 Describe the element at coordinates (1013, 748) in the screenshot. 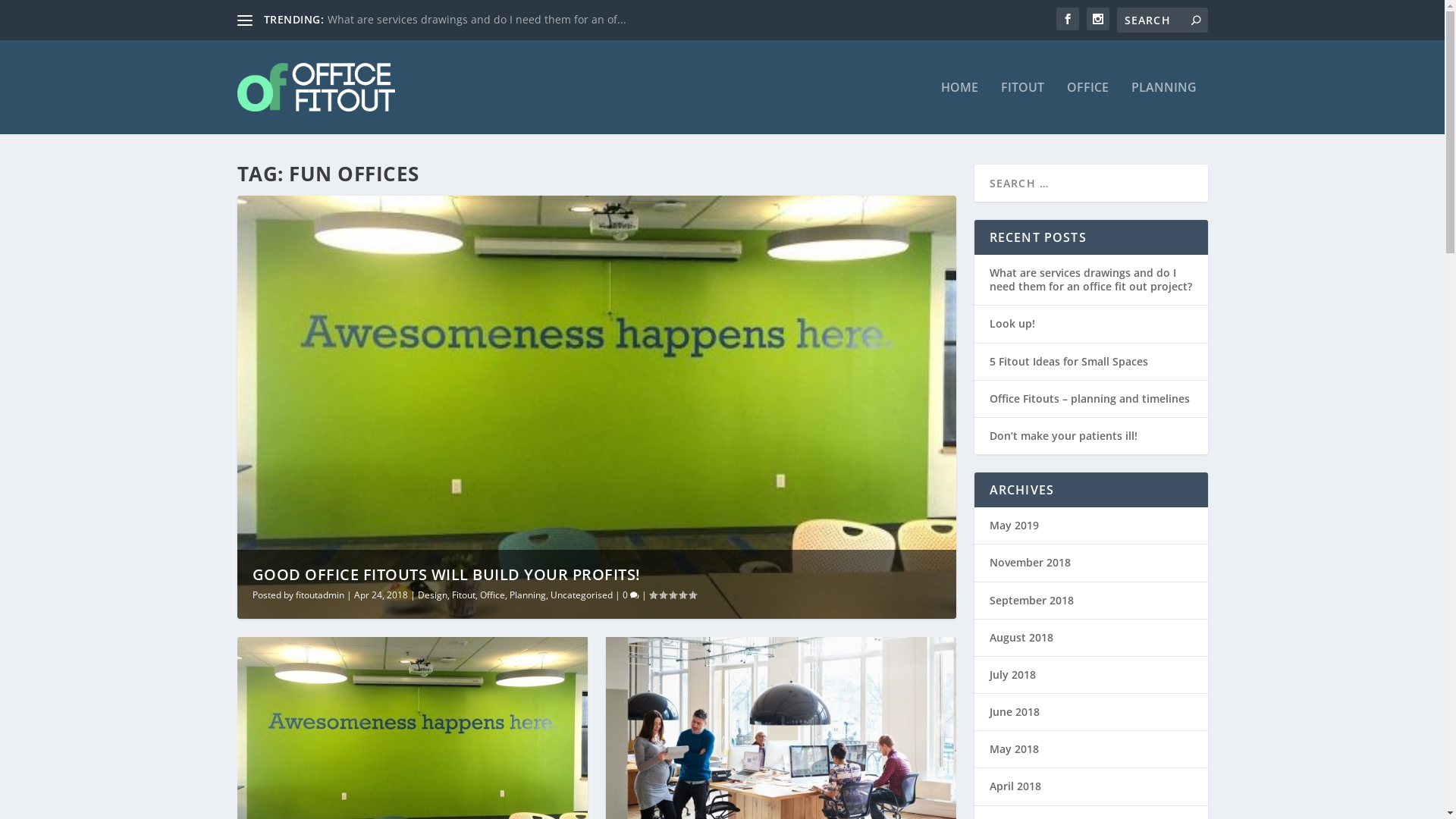

I see `'May 2018'` at that location.